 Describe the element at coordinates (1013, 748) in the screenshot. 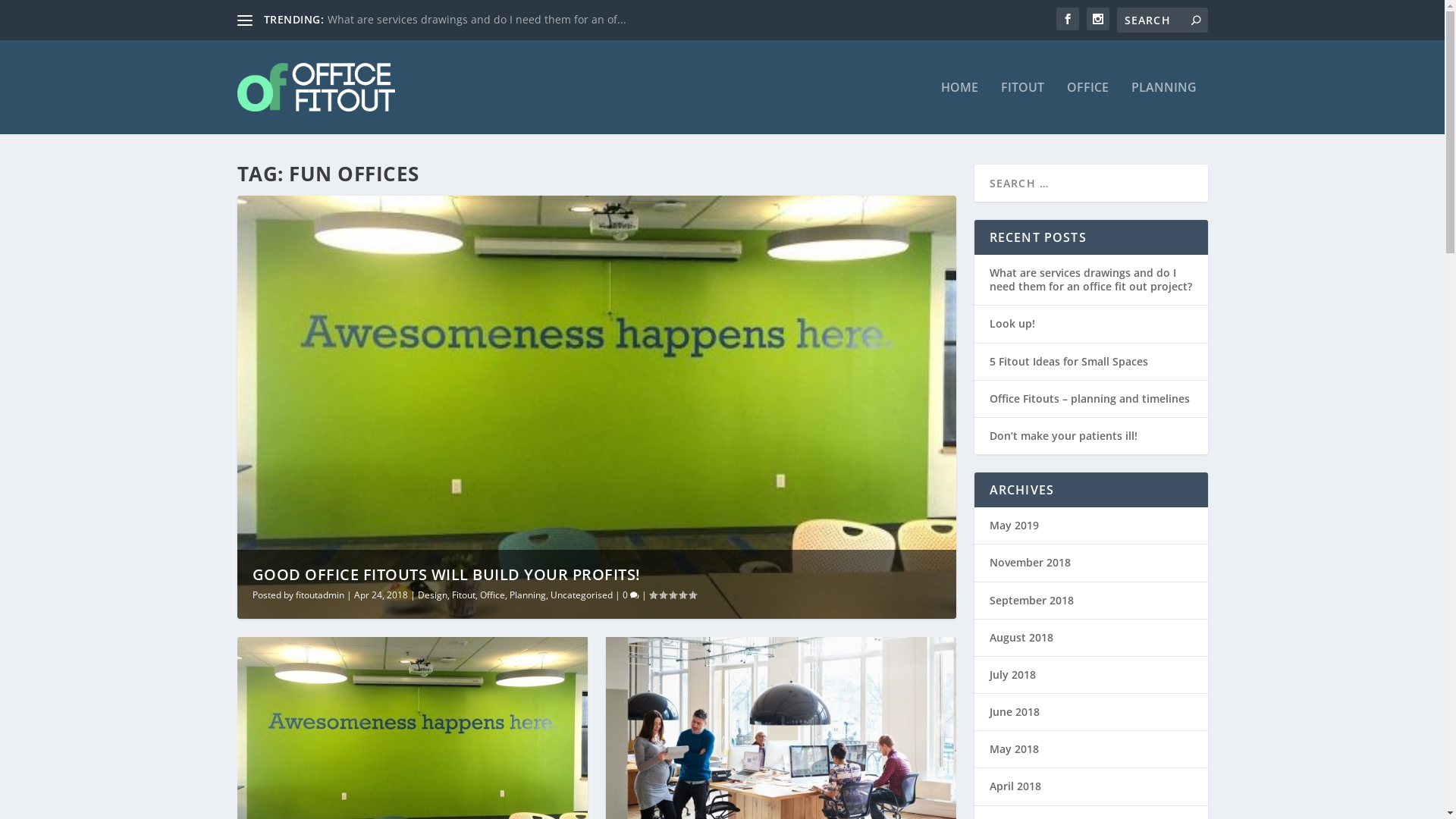

I see `'May 2018'` at that location.